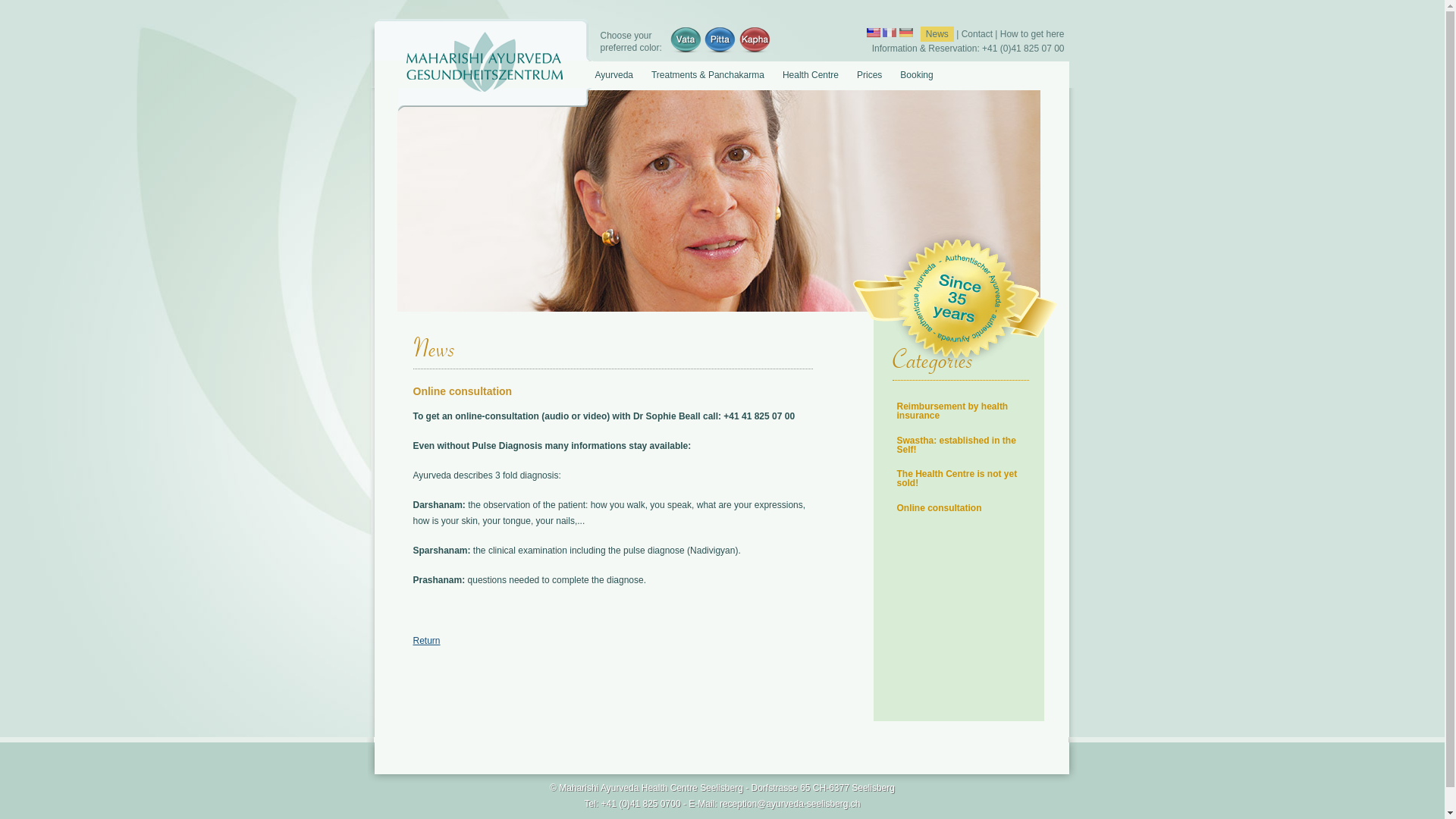 The image size is (1456, 819). I want to click on 'Return', so click(425, 640).